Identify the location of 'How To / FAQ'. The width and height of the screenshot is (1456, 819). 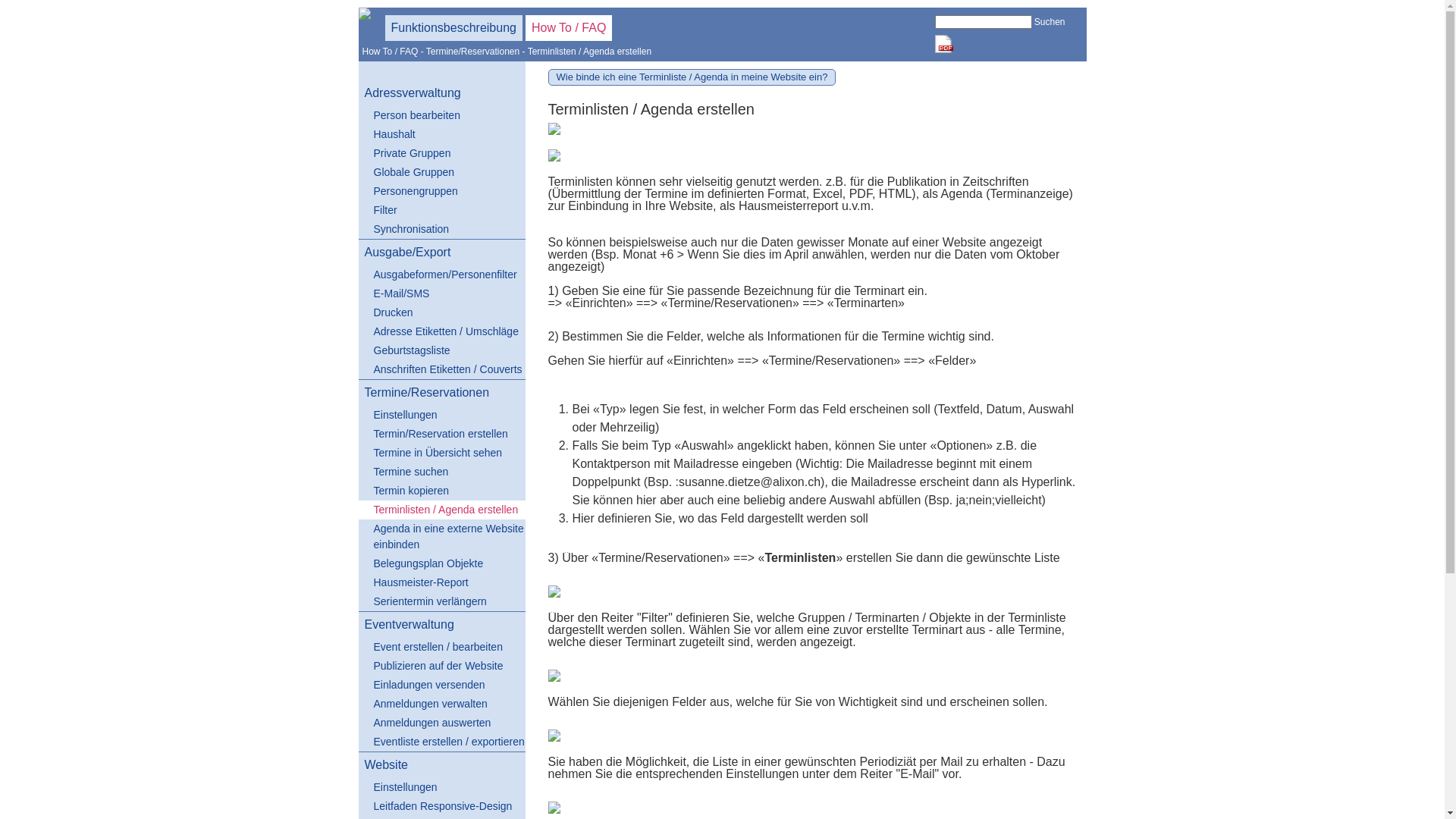
(567, 28).